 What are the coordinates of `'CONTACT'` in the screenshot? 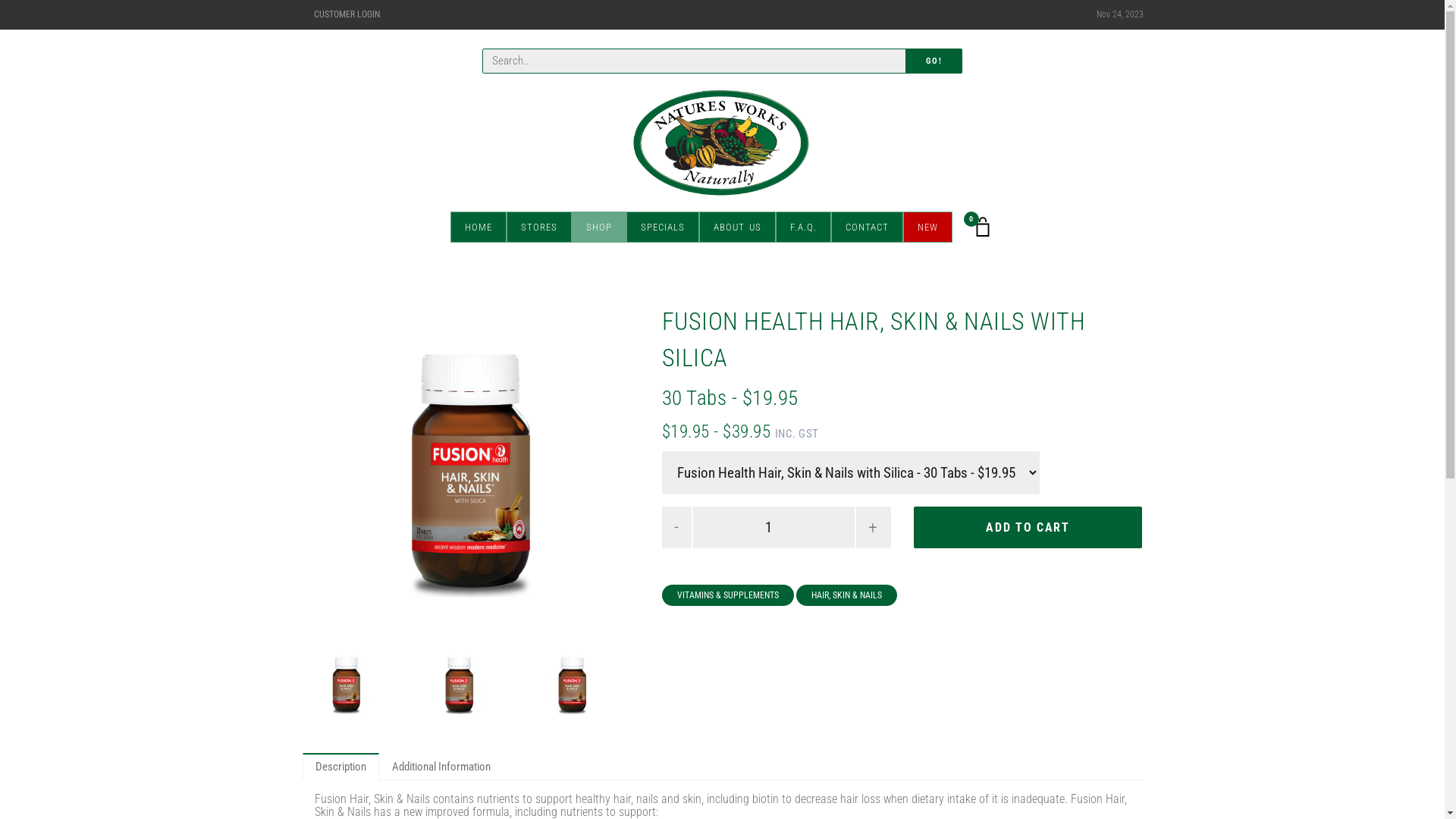 It's located at (867, 226).